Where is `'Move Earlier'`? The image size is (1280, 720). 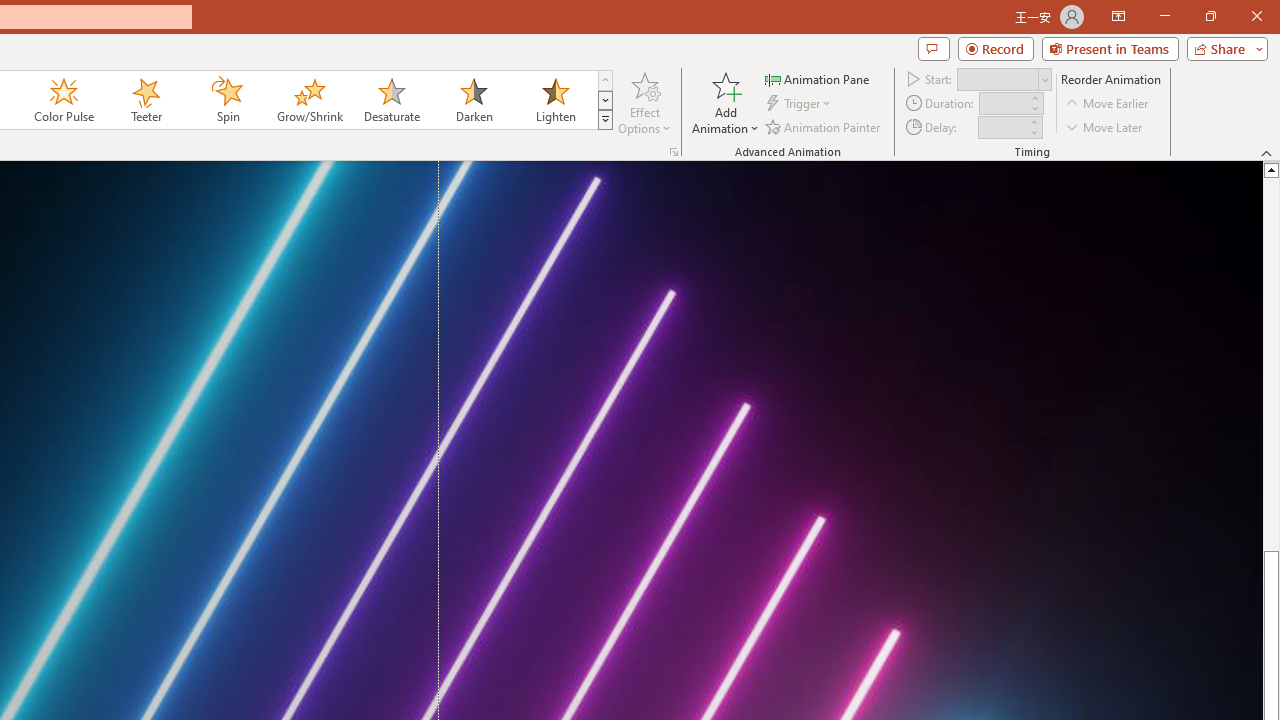 'Move Earlier' is located at coordinates (1106, 103).